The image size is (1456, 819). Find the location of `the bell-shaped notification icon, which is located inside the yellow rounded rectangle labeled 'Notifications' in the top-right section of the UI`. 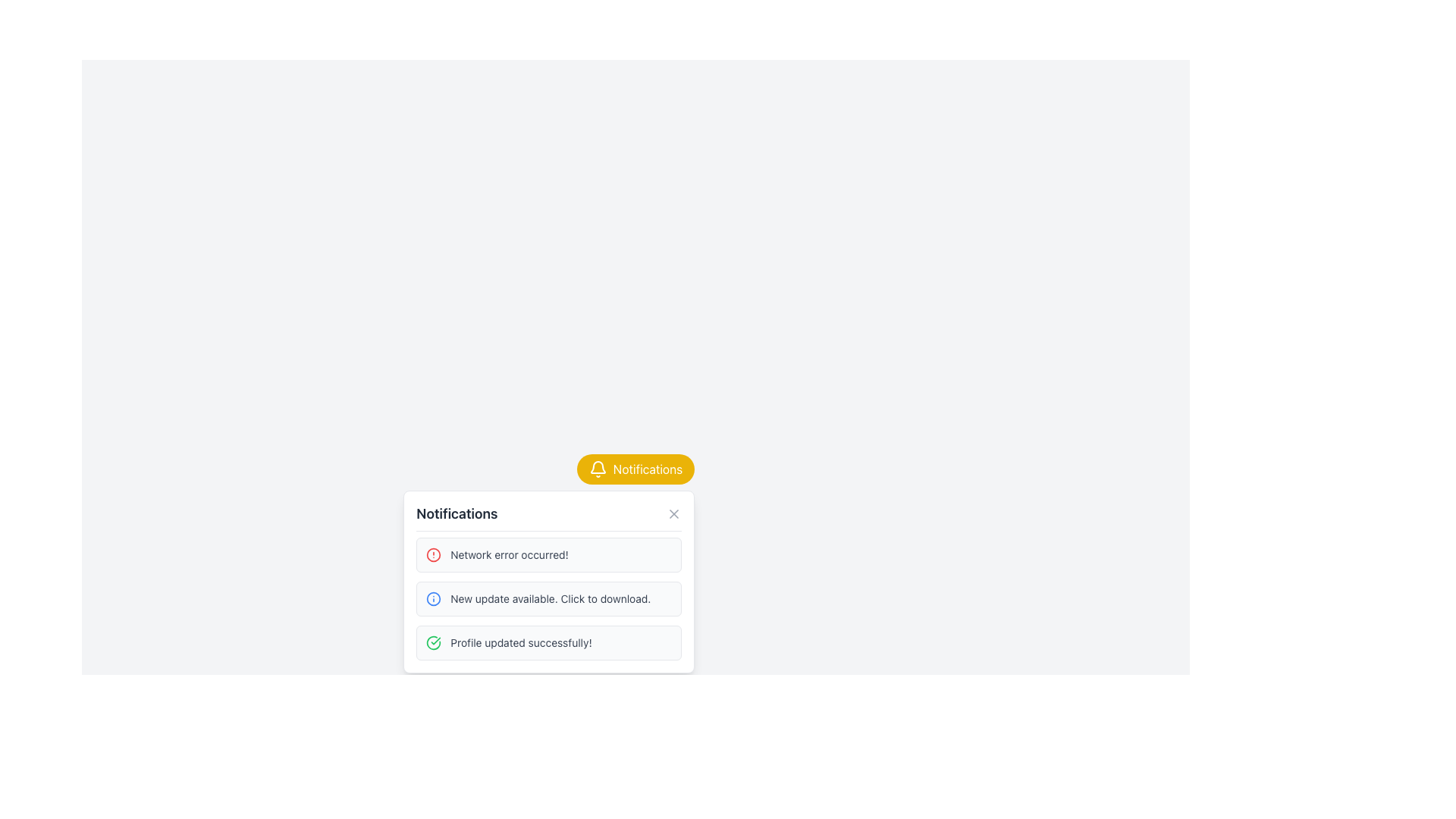

the bell-shaped notification icon, which is located inside the yellow rounded rectangle labeled 'Notifications' in the top-right section of the UI is located at coordinates (597, 468).